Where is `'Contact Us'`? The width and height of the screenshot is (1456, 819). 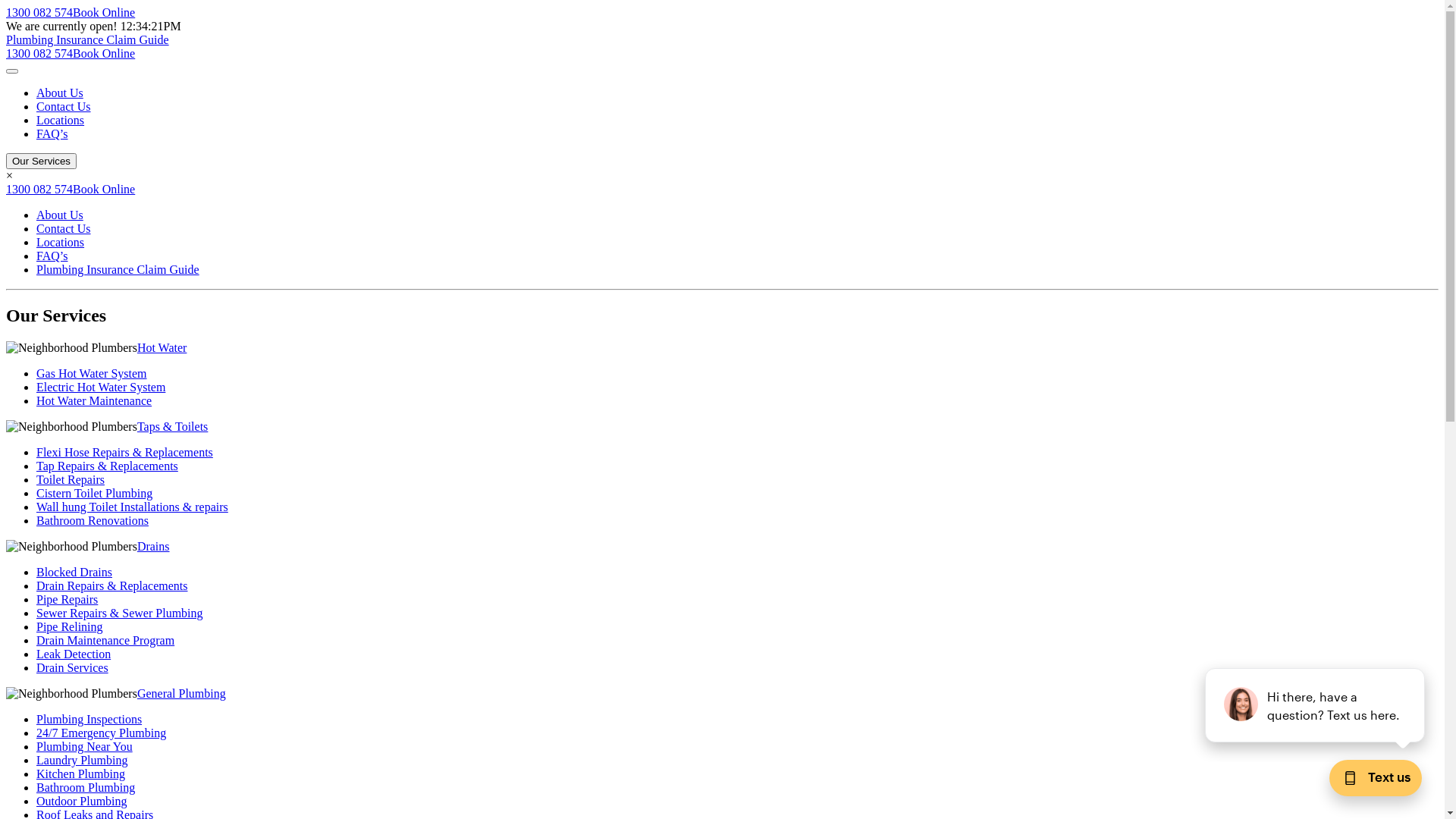
'Contact Us' is located at coordinates (62, 105).